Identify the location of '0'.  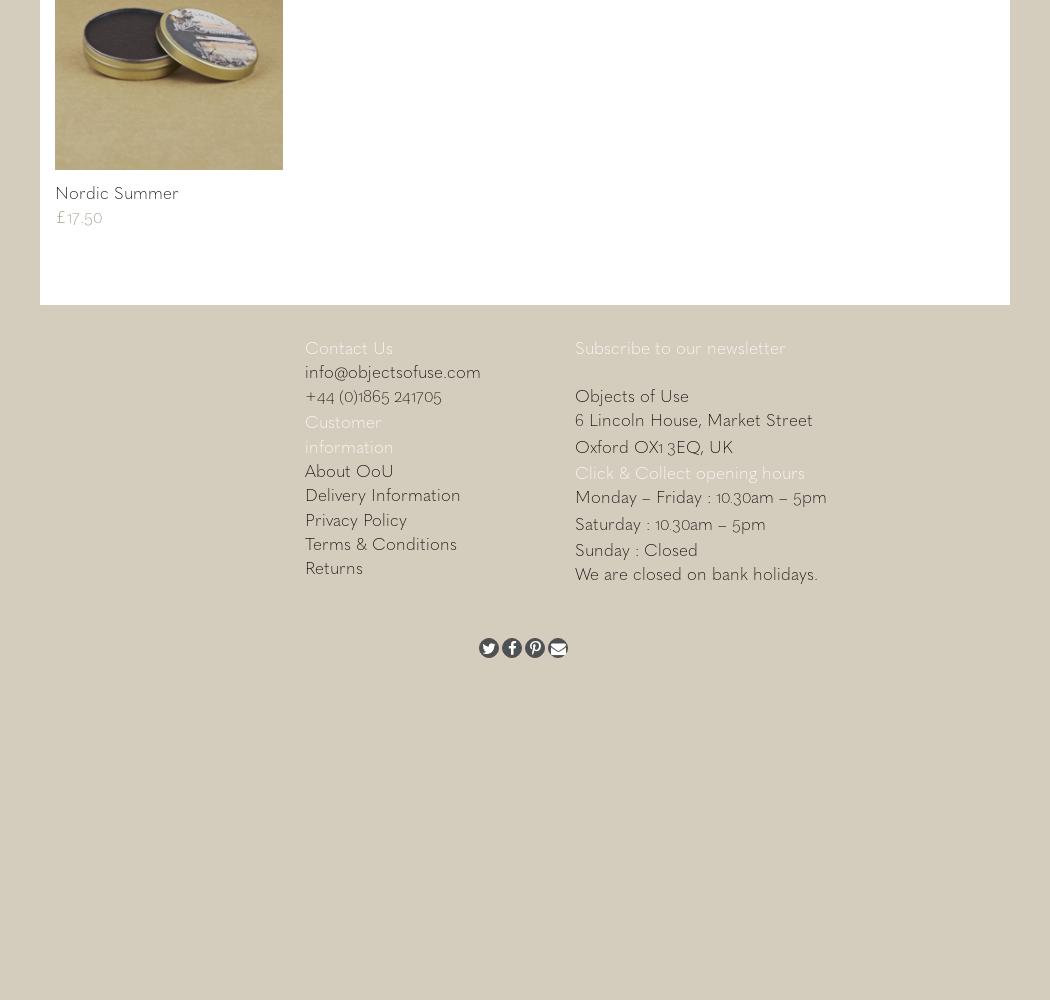
(97, 215).